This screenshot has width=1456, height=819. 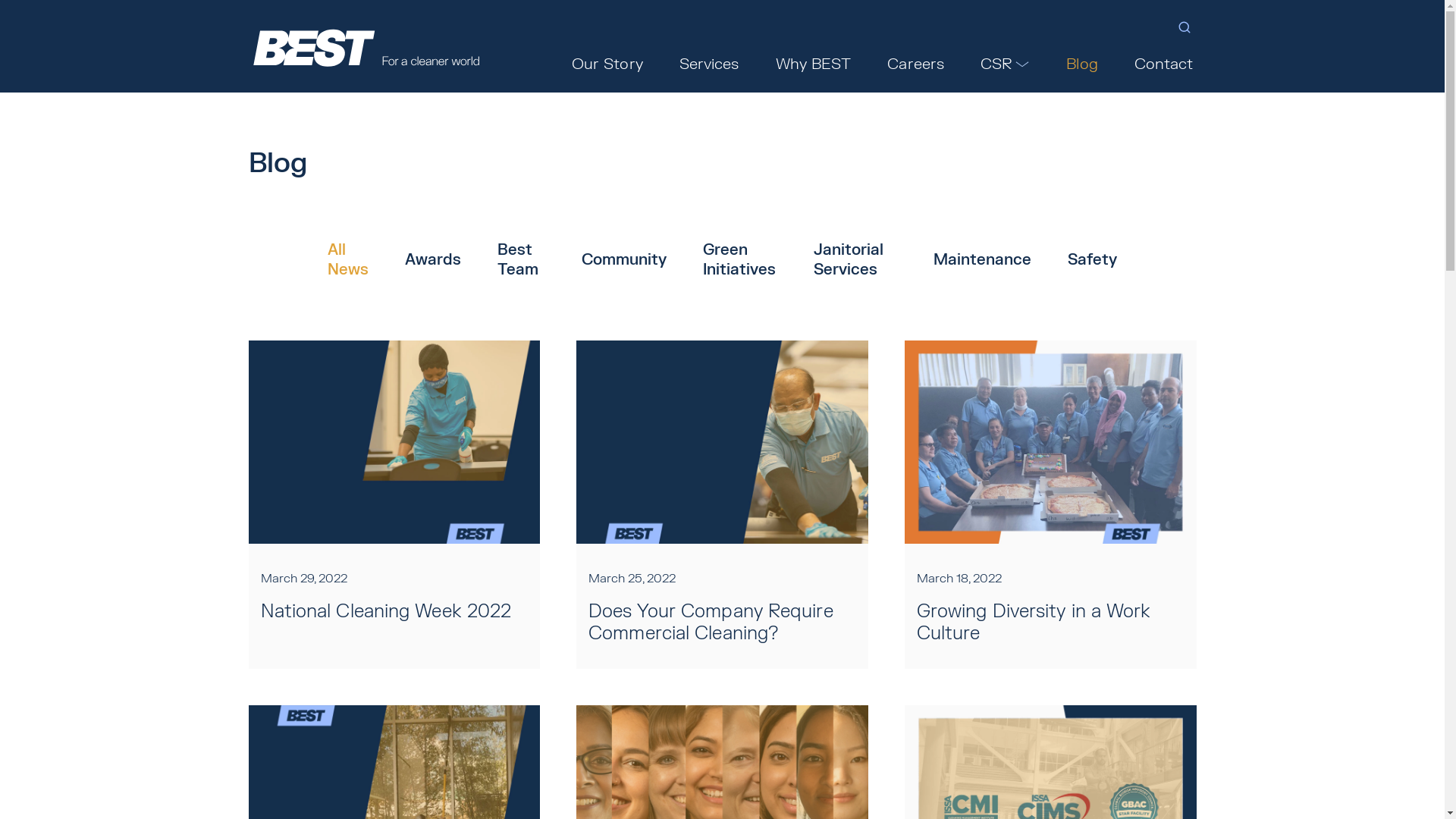 What do you see at coordinates (1092, 259) in the screenshot?
I see `'Safety'` at bounding box center [1092, 259].